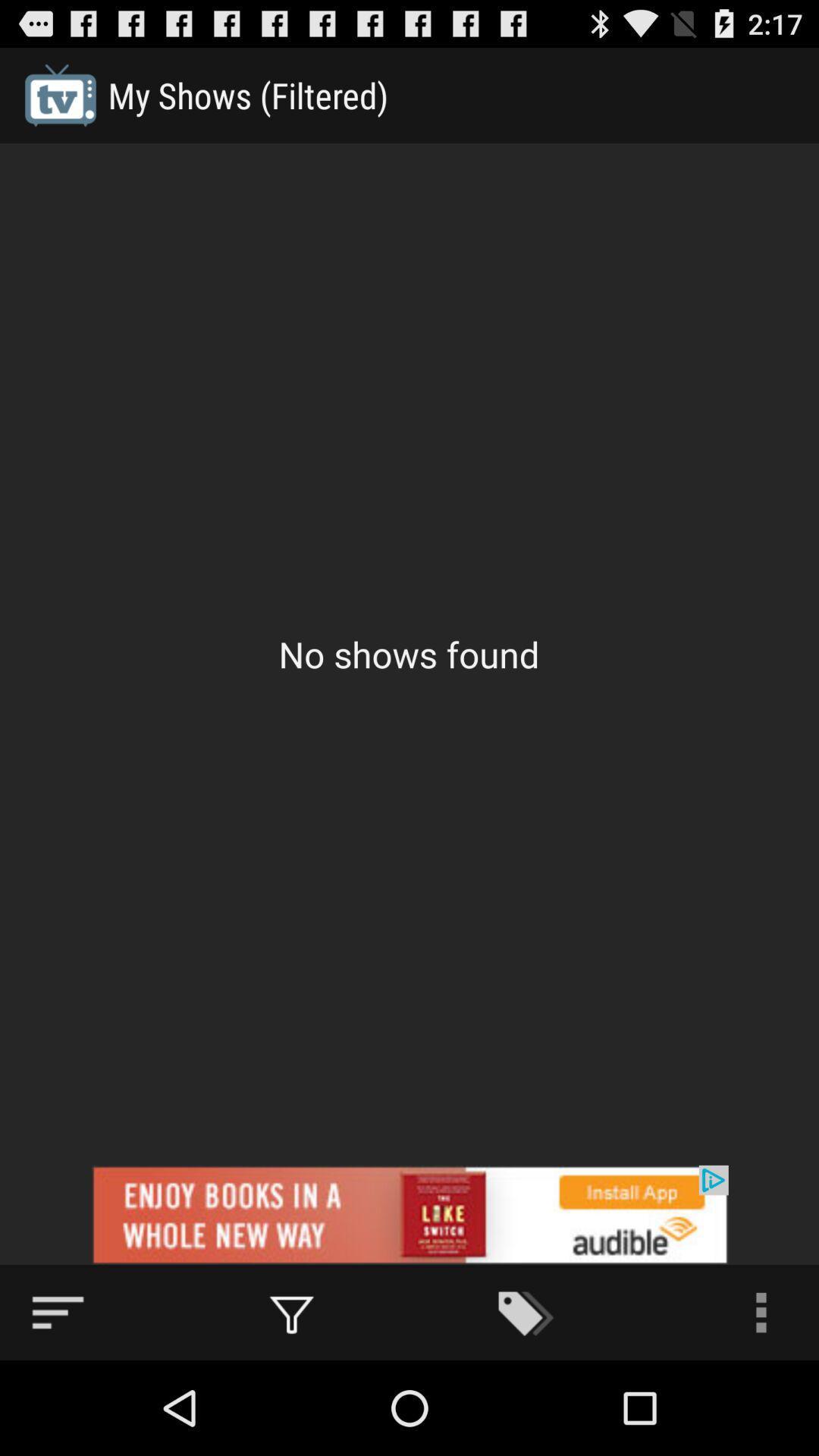 Image resolution: width=819 pixels, height=1456 pixels. I want to click on advertisement area, so click(409, 1215).